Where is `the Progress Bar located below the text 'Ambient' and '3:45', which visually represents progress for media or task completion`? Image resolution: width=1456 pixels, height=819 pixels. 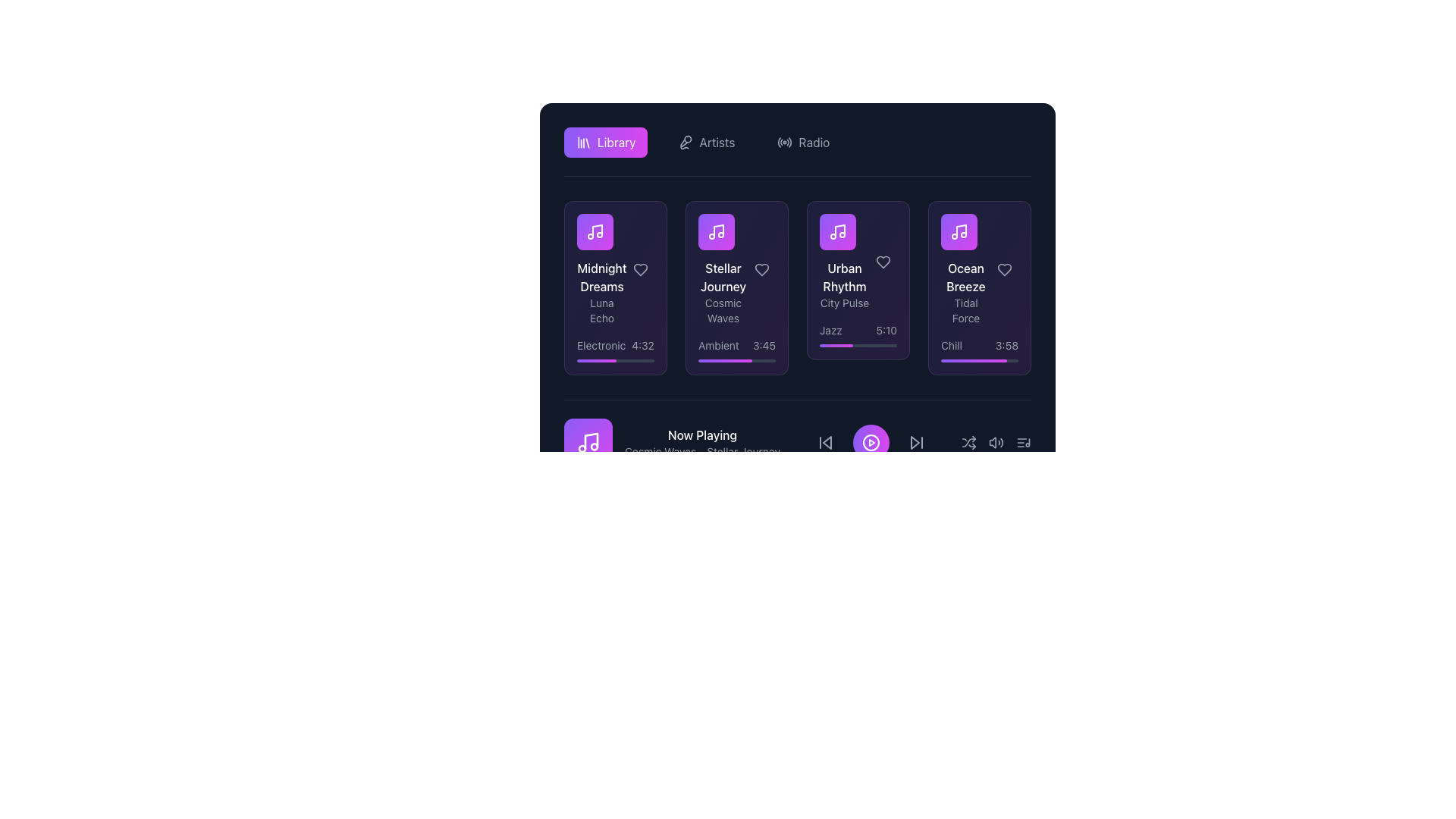
the Progress Bar located below the text 'Ambient' and '3:45', which visually represents progress for media or task completion is located at coordinates (736, 360).